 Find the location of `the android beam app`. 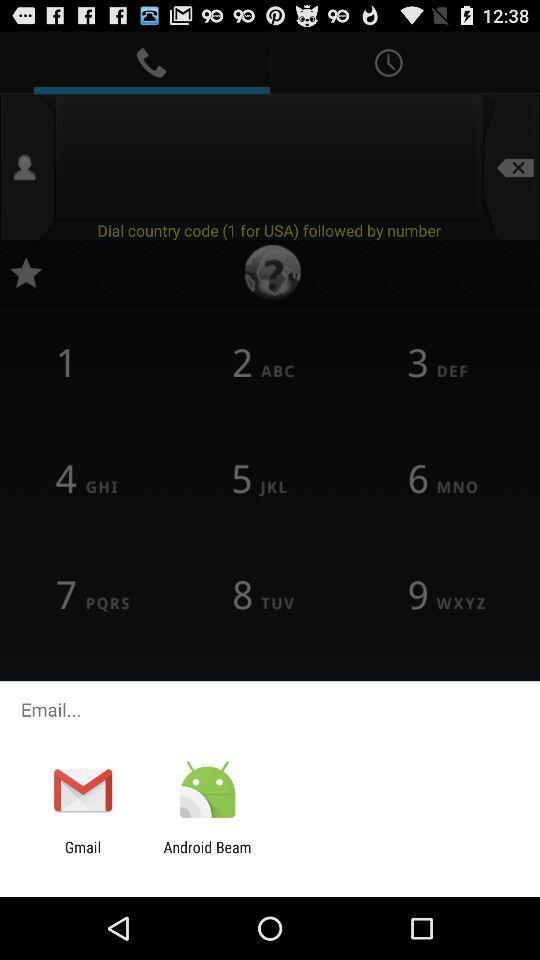

the android beam app is located at coordinates (206, 855).